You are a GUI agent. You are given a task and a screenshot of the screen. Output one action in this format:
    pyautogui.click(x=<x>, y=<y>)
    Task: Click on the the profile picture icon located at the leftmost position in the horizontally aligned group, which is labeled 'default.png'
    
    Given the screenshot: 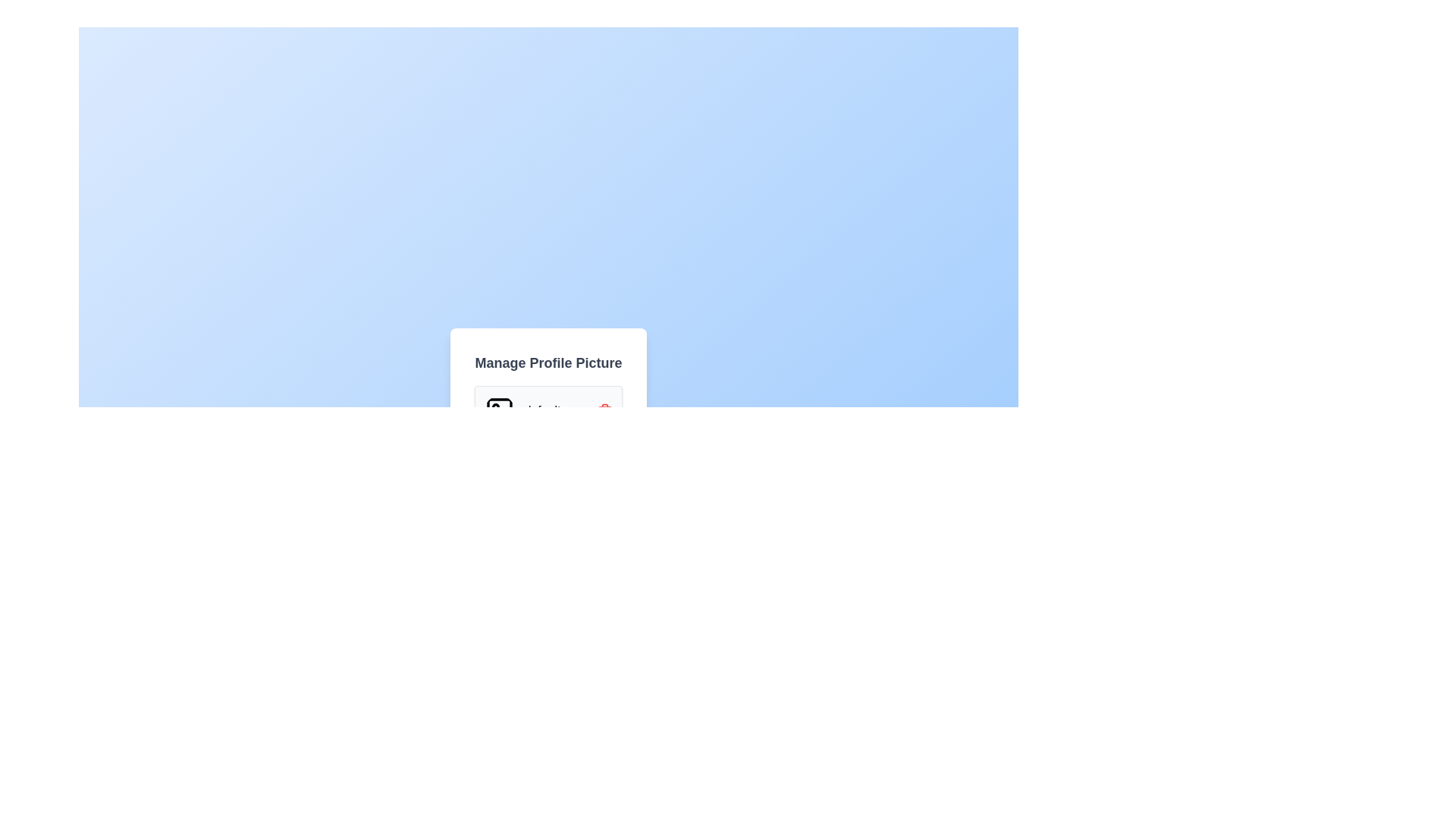 What is the action you would take?
    pyautogui.click(x=500, y=411)
    